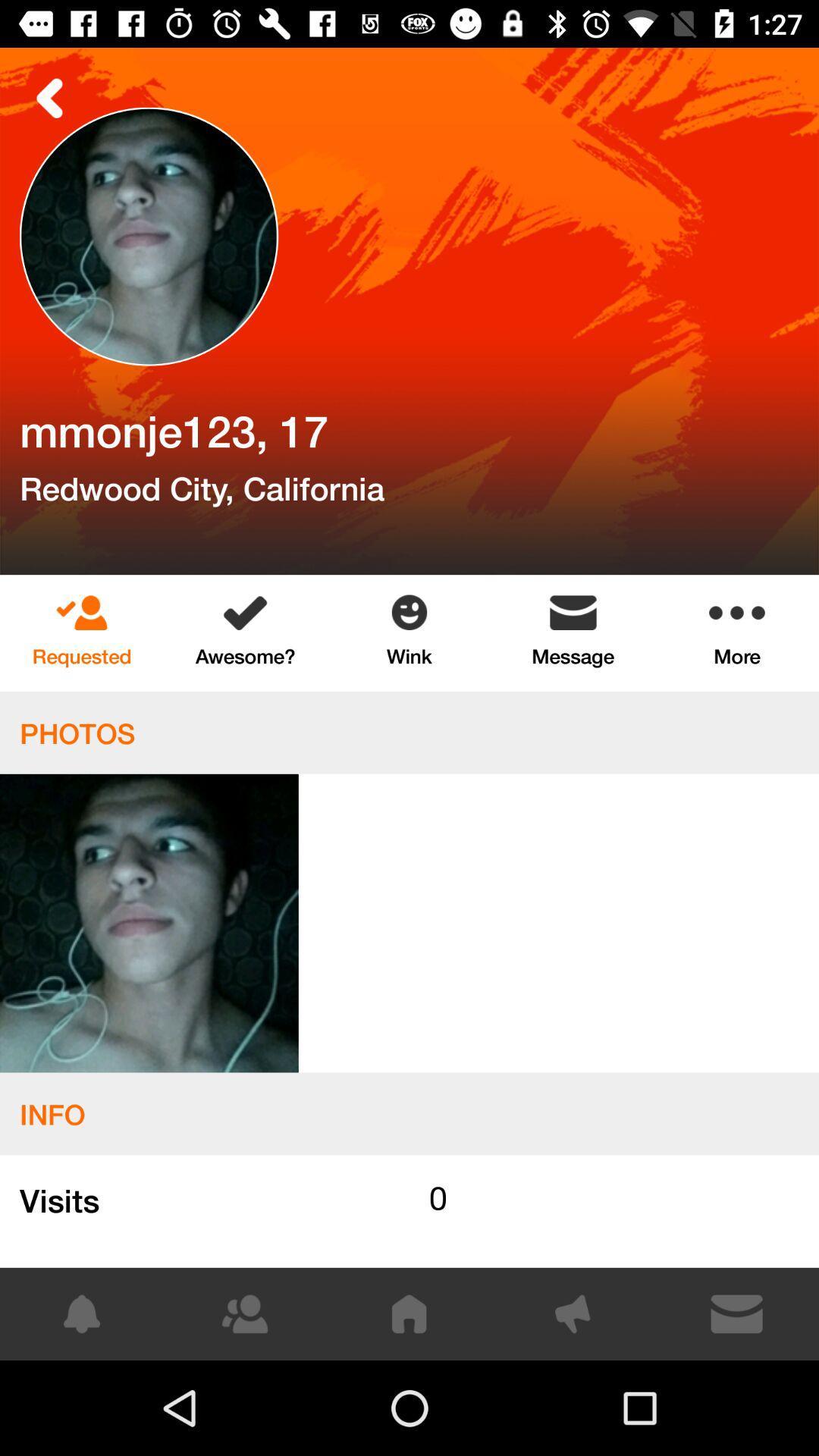  I want to click on the arrow_backward icon, so click(49, 97).